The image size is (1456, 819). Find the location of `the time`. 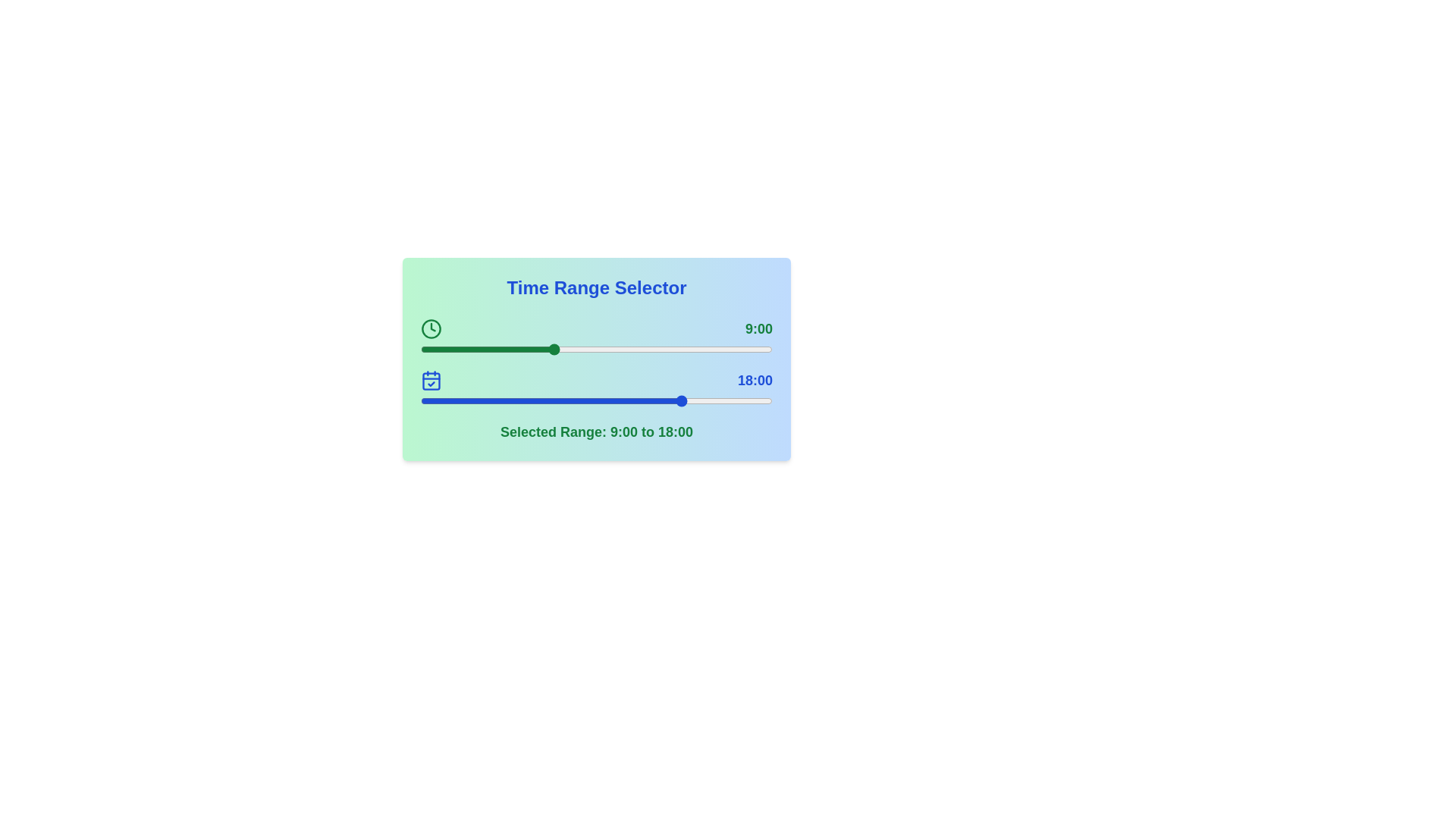

the time is located at coordinates (523, 400).